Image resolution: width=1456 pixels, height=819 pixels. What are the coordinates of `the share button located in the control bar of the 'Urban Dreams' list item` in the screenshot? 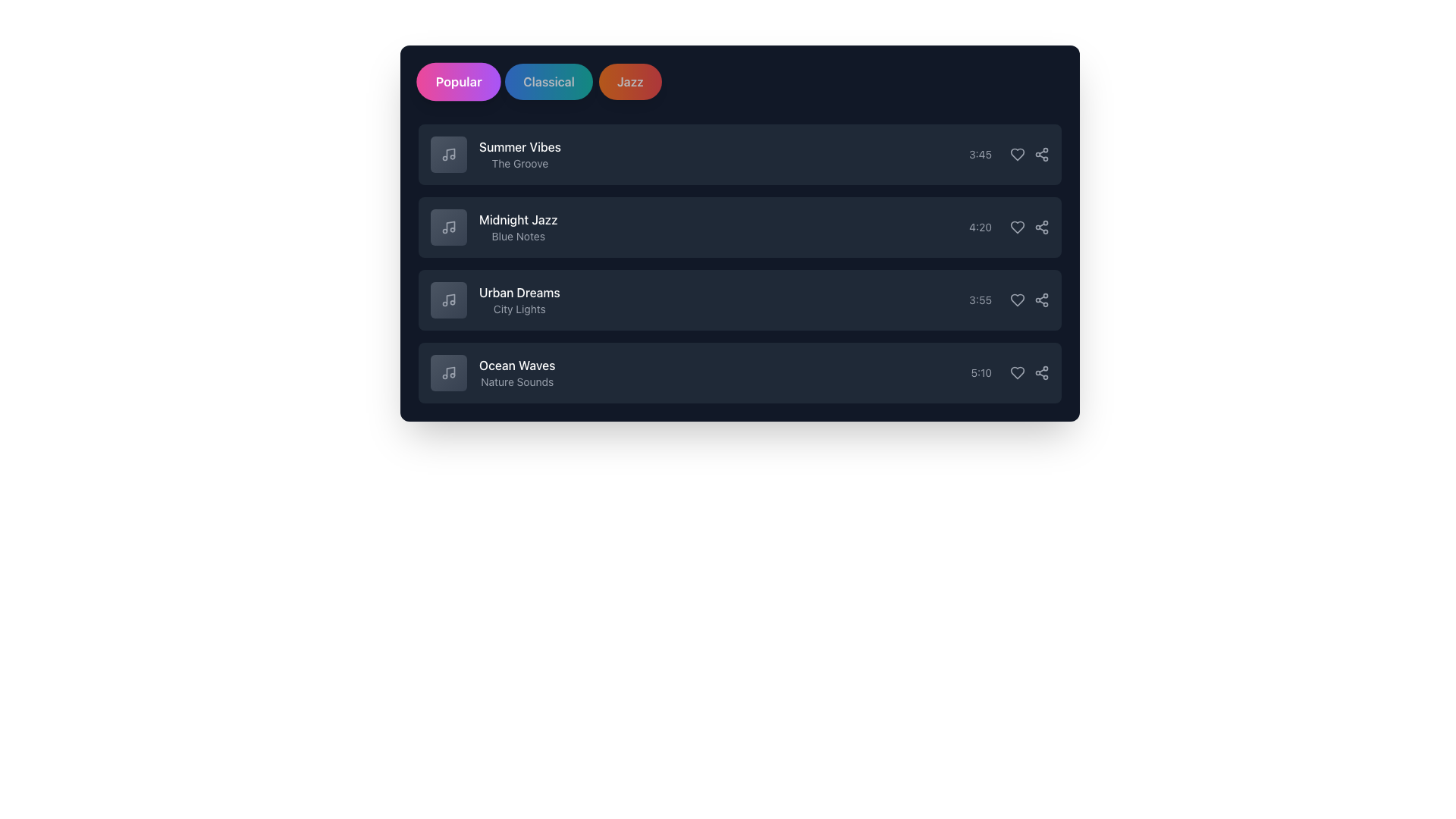 It's located at (1040, 300).